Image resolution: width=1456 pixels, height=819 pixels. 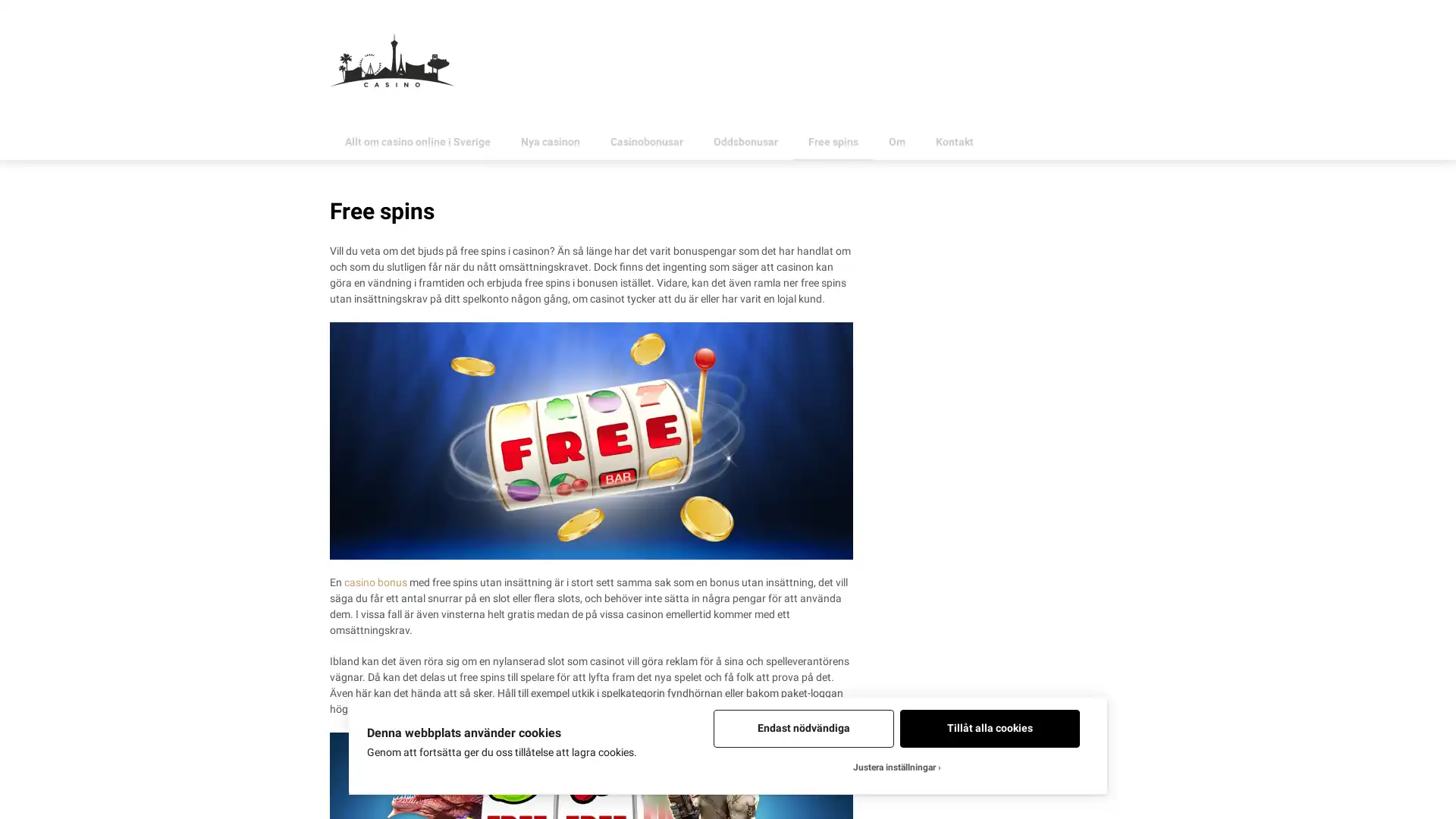 I want to click on Tillat alla cookies, so click(x=990, y=727).